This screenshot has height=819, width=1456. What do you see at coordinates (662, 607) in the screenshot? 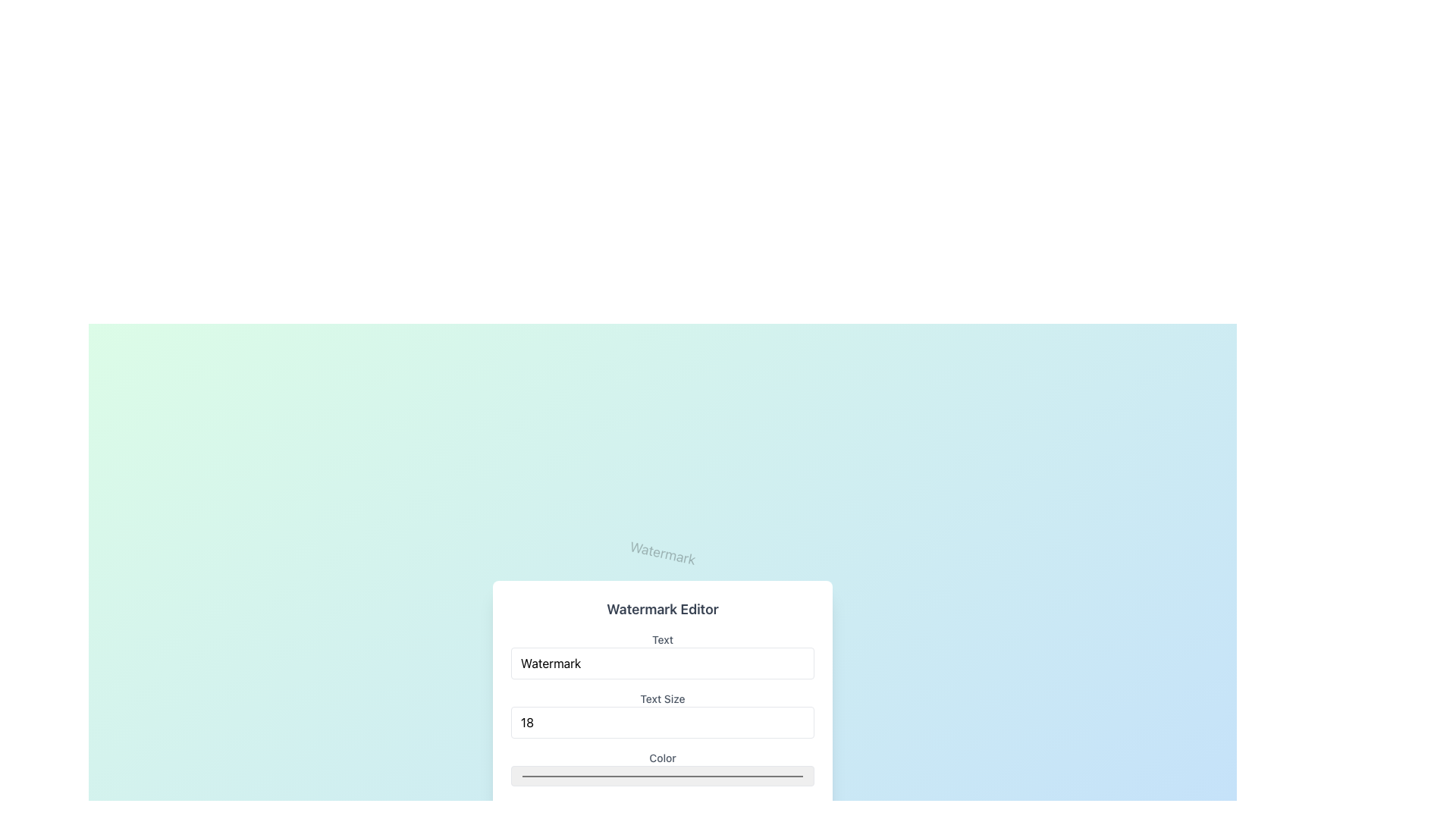
I see `the static text label that serves as the title for the 'Watermark Editor' section` at bounding box center [662, 607].